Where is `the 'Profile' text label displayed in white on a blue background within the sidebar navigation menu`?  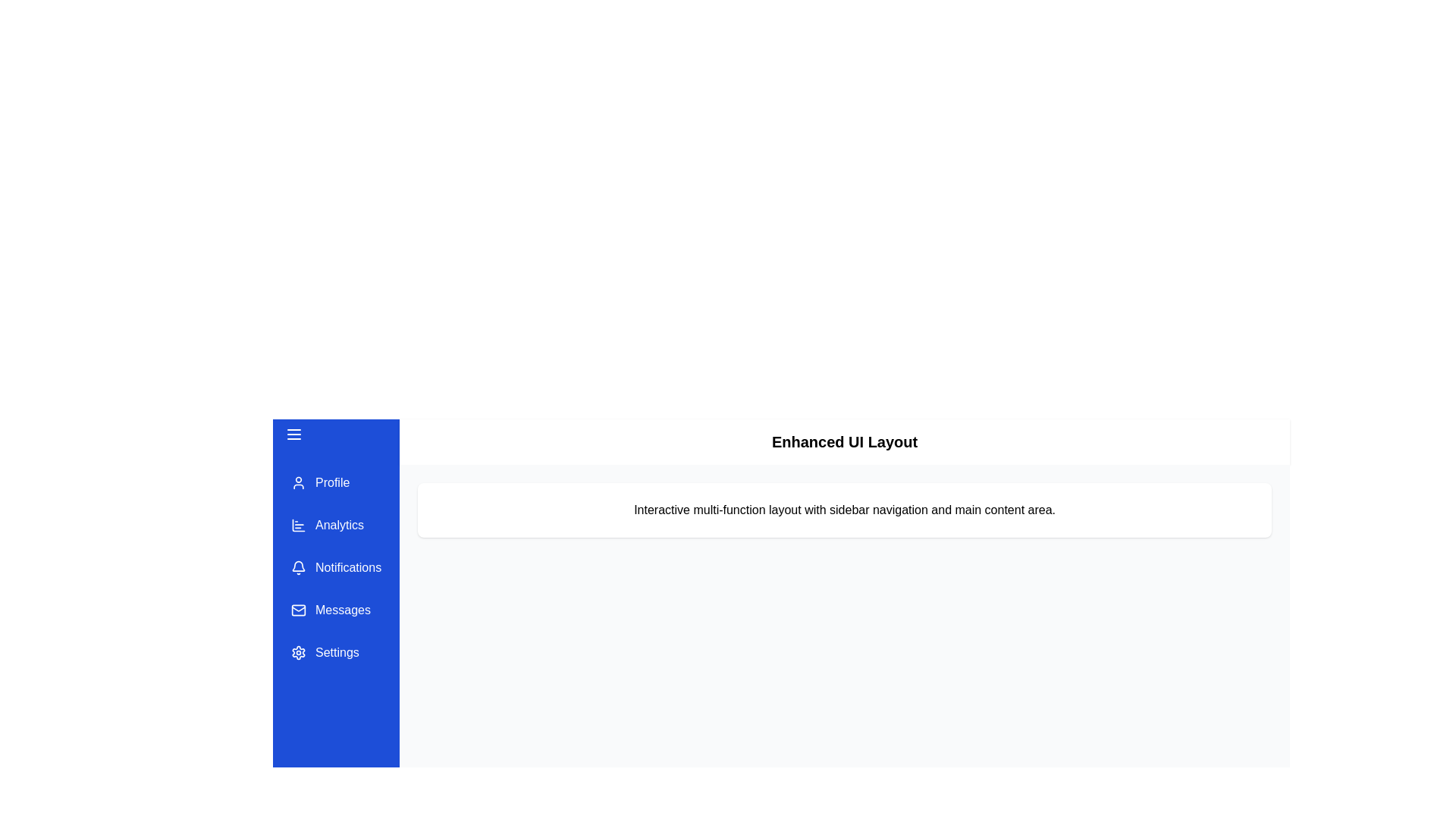
the 'Profile' text label displayed in white on a blue background within the sidebar navigation menu is located at coordinates (331, 482).